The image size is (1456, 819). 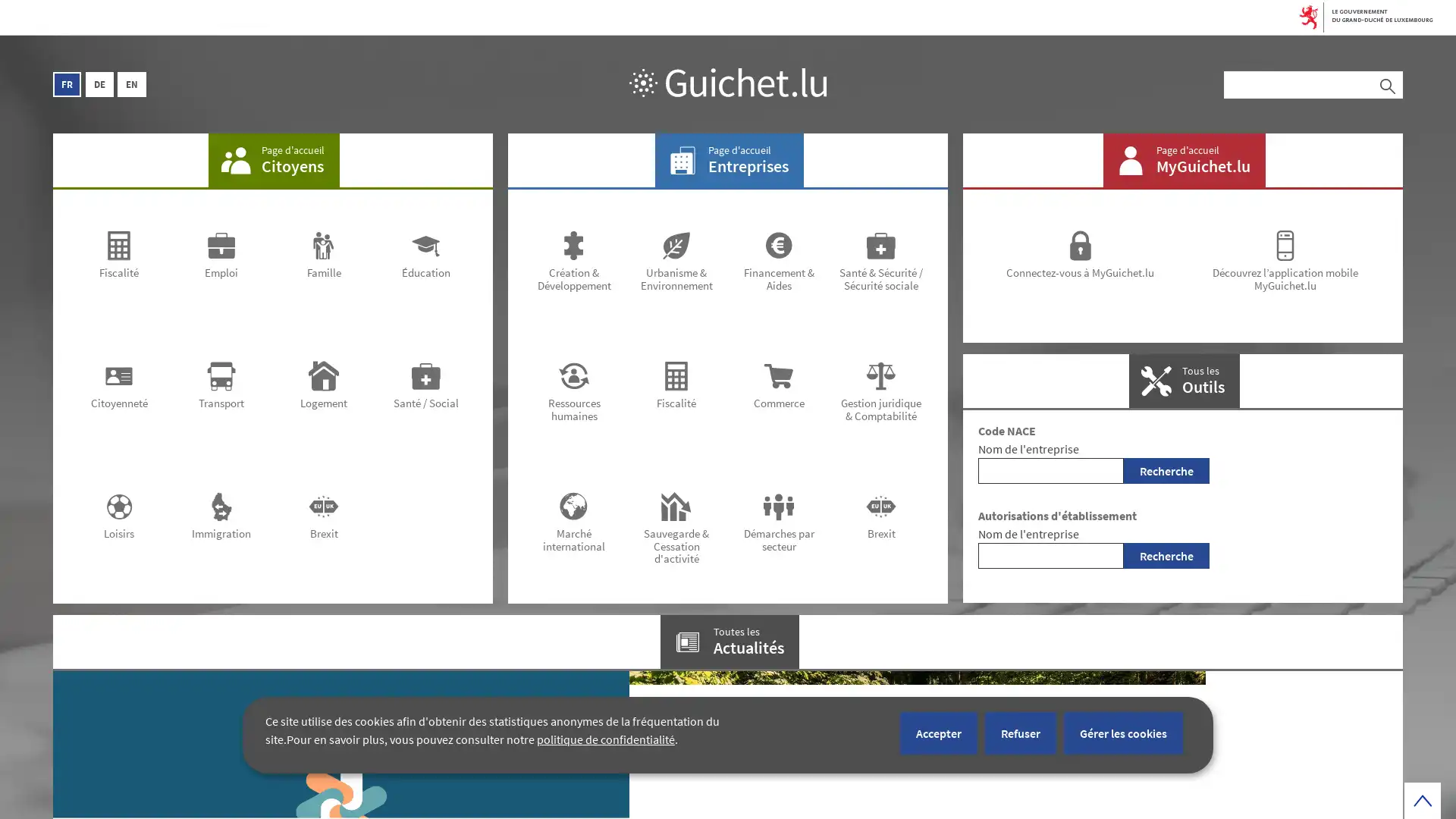 I want to click on Refuser, so click(x=1020, y=733).